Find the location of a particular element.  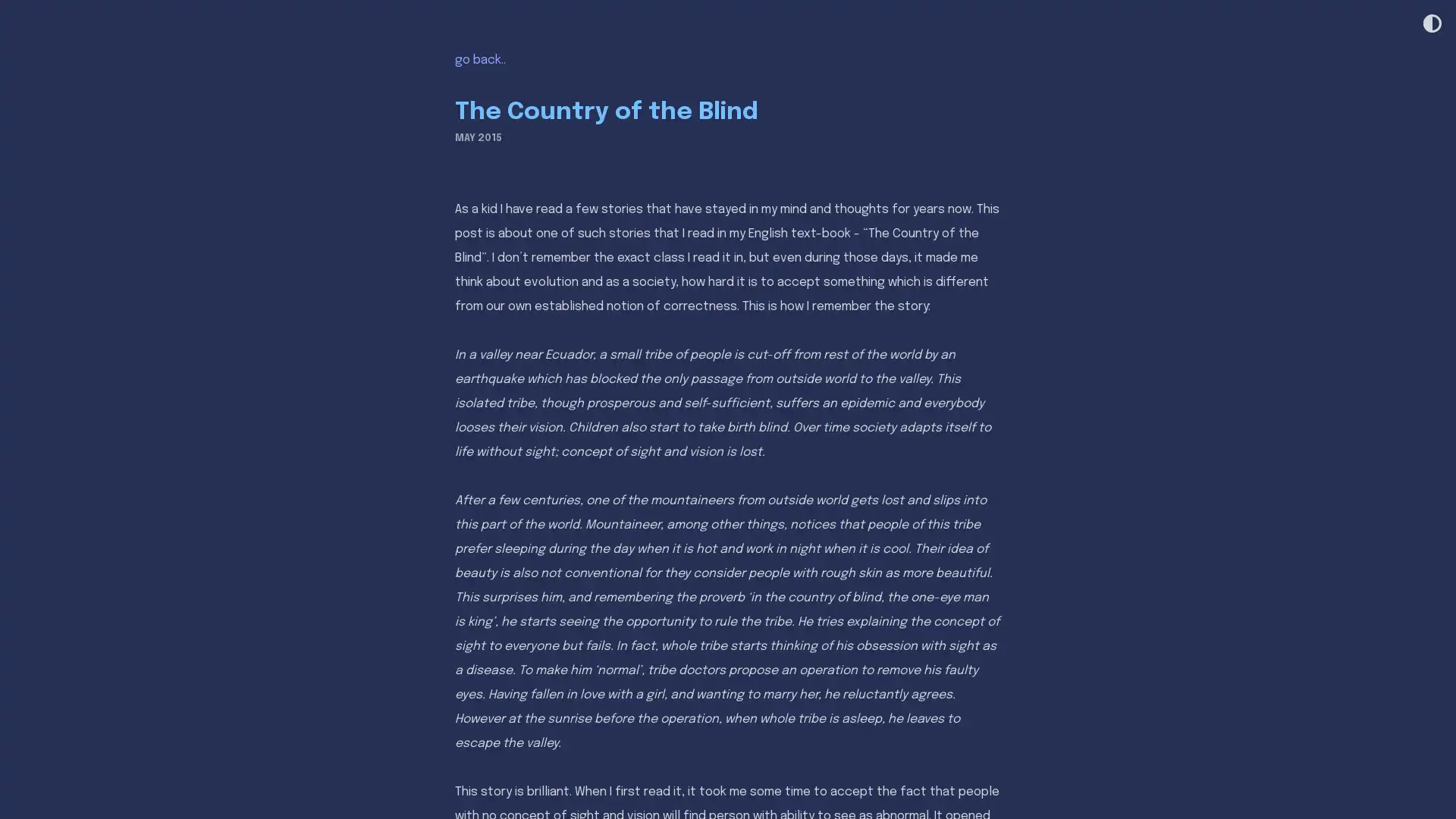

Toggle Theme is located at coordinates (1430, 24).